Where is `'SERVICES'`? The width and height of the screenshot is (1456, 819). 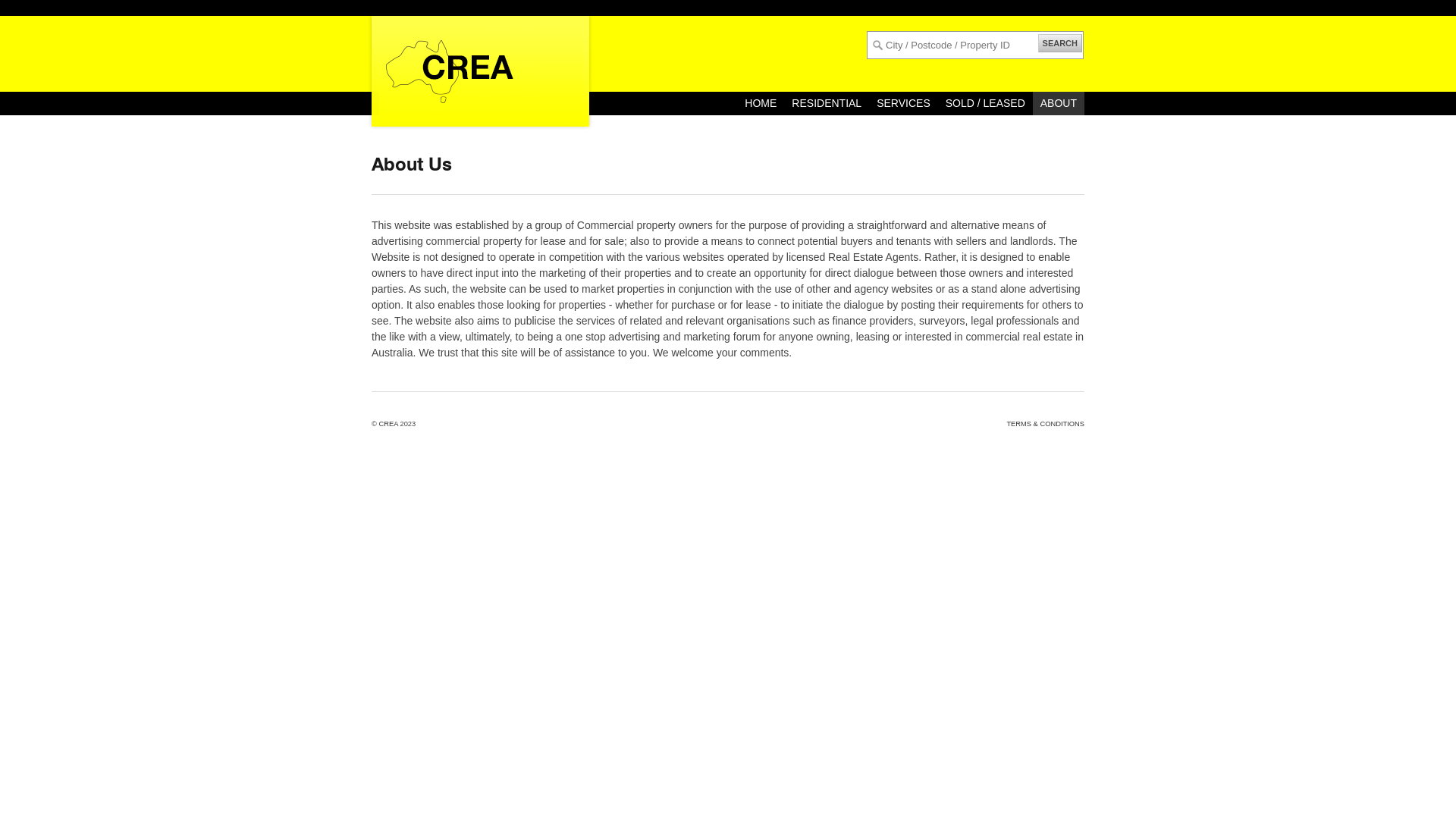
'SERVICES' is located at coordinates (903, 102).